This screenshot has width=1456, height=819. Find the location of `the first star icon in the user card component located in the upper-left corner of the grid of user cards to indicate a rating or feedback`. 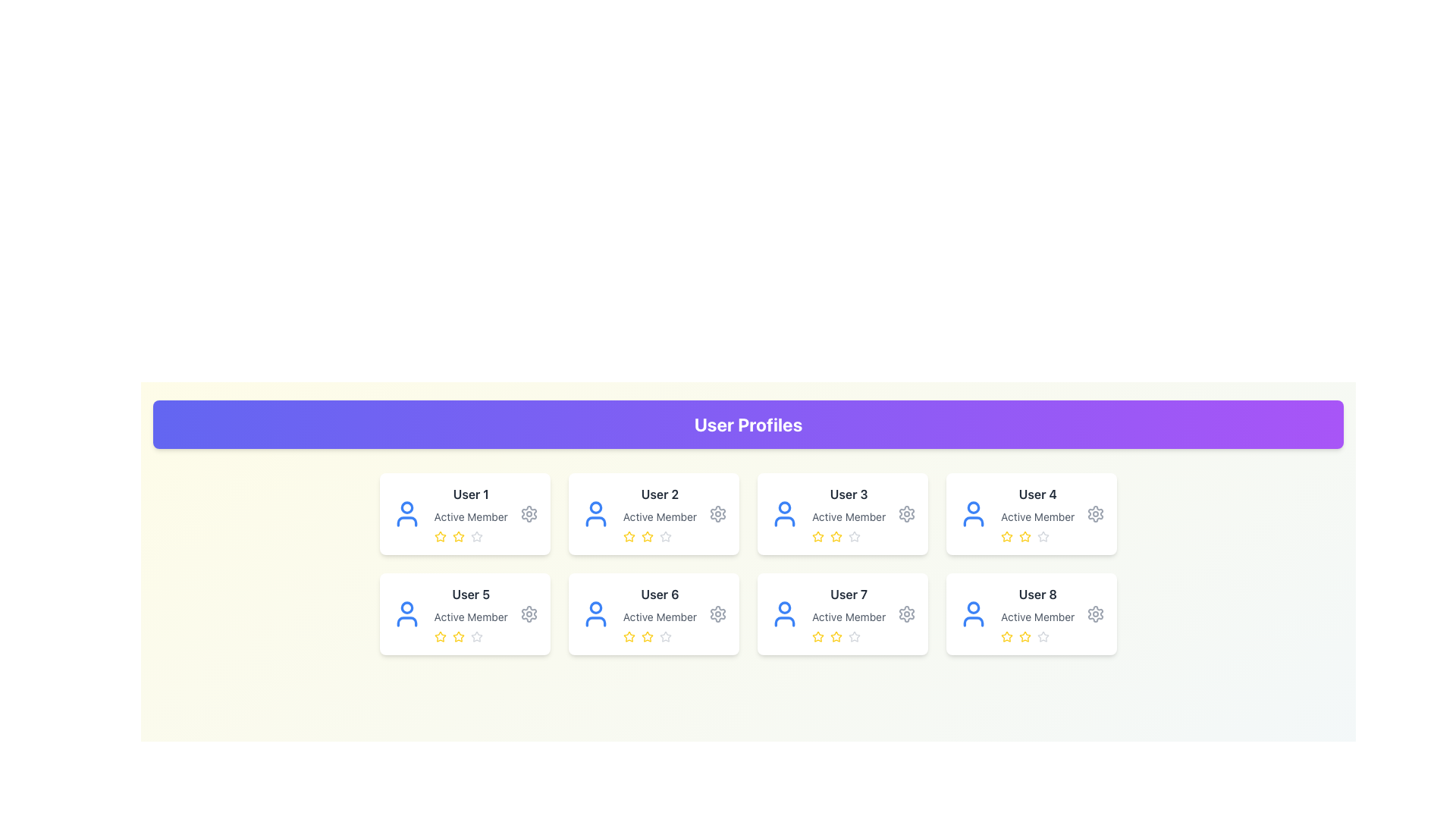

the first star icon in the user card component located in the upper-left corner of the grid of user cards to indicate a rating or feedback is located at coordinates (439, 536).